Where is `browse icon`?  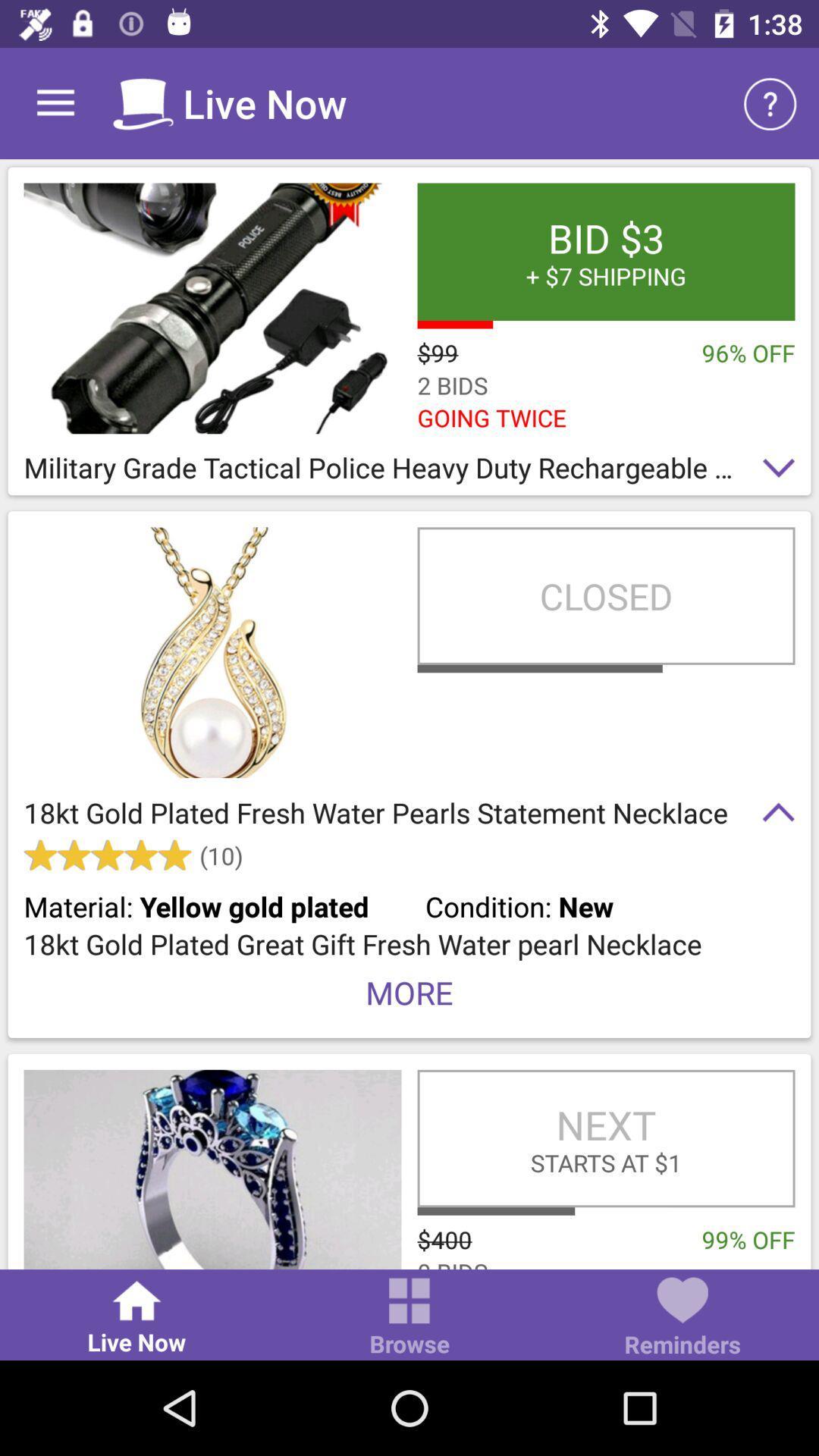
browse icon is located at coordinates (409, 1317).